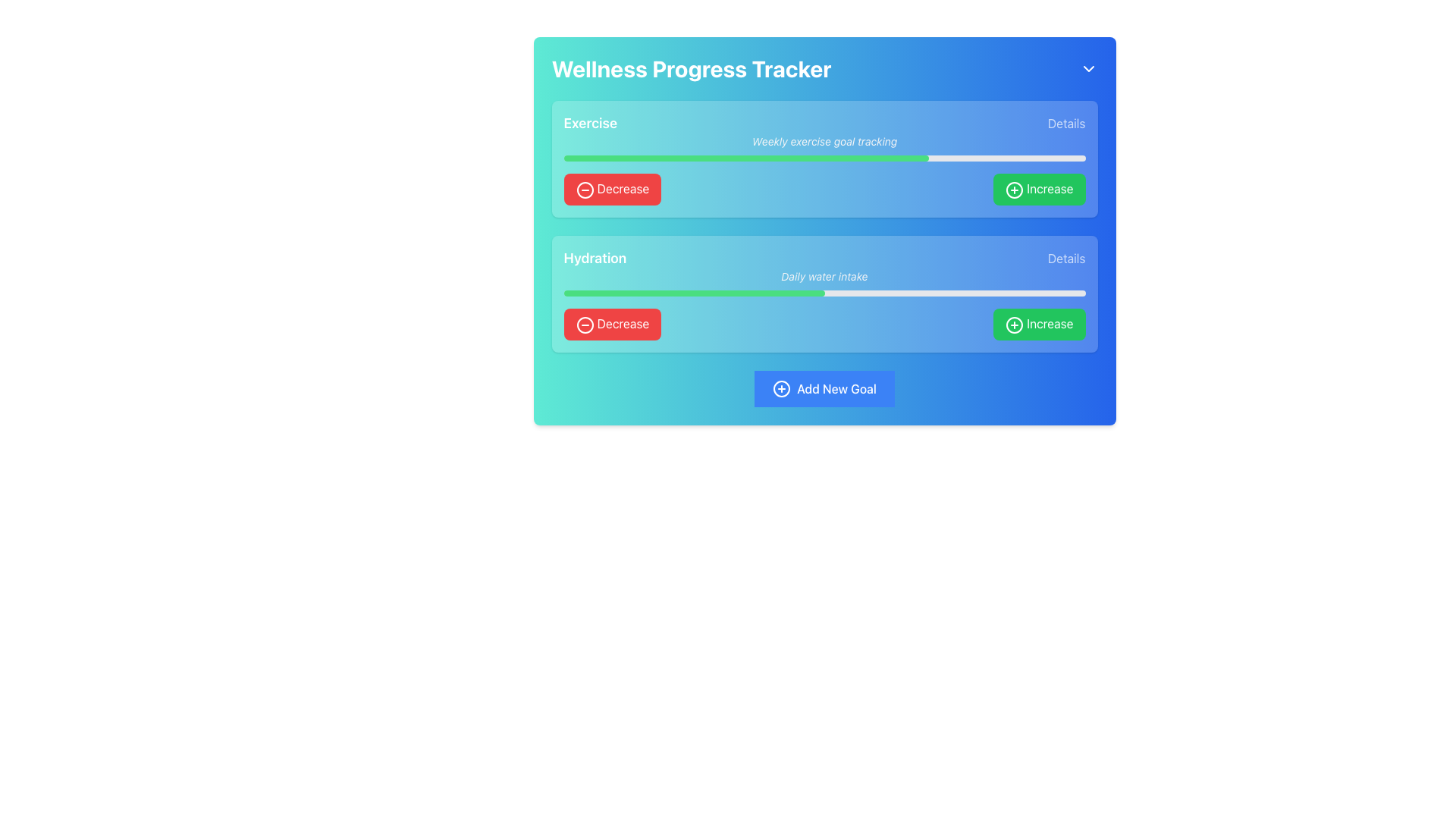 This screenshot has width=1456, height=819. I want to click on the small italicized text label that reads 'Weekly exercise goal tracking', which is styled in gray and located in the center of the exercise goal section card, so click(824, 141).